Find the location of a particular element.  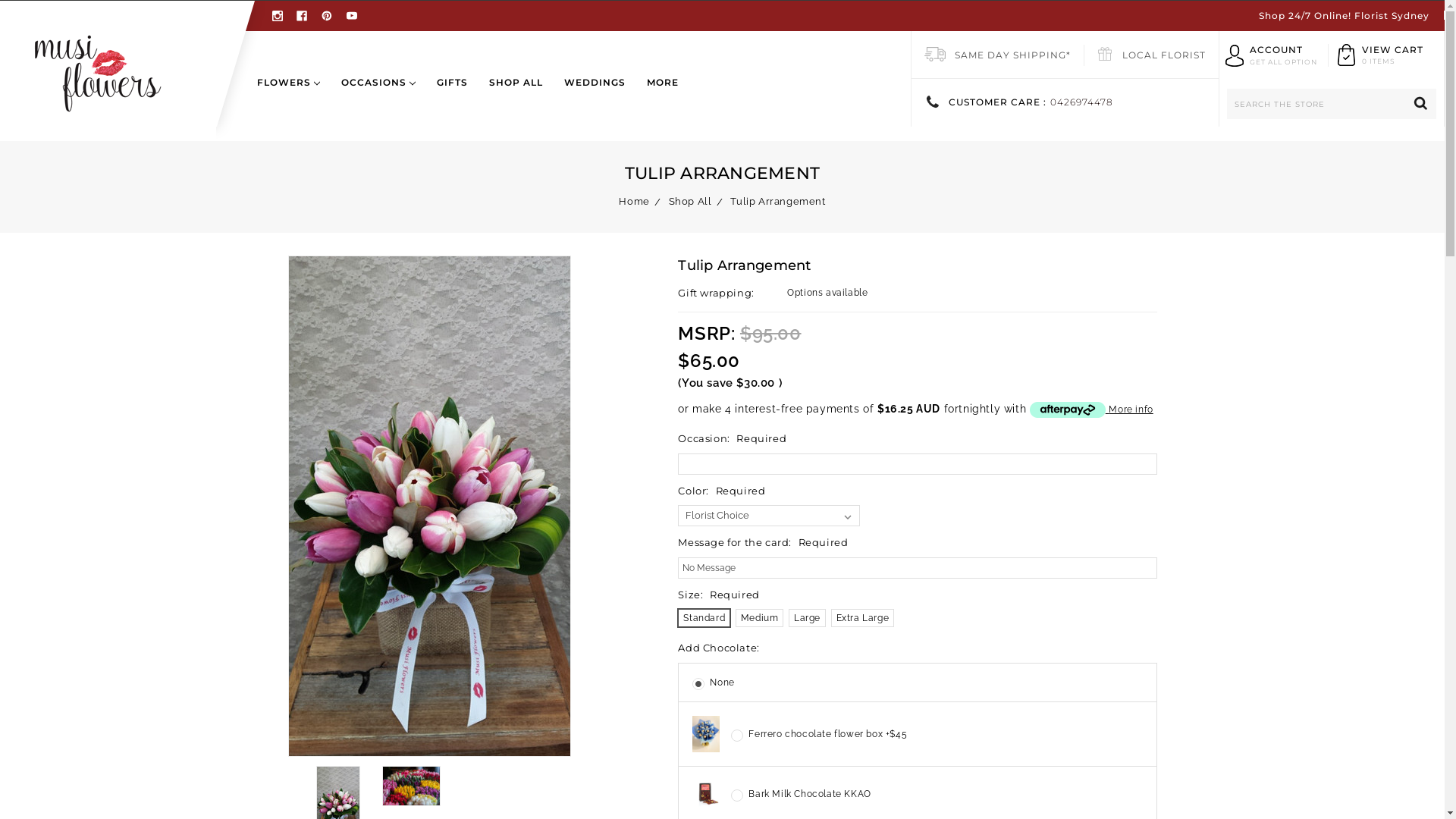

'WEDDINGS' is located at coordinates (594, 93).